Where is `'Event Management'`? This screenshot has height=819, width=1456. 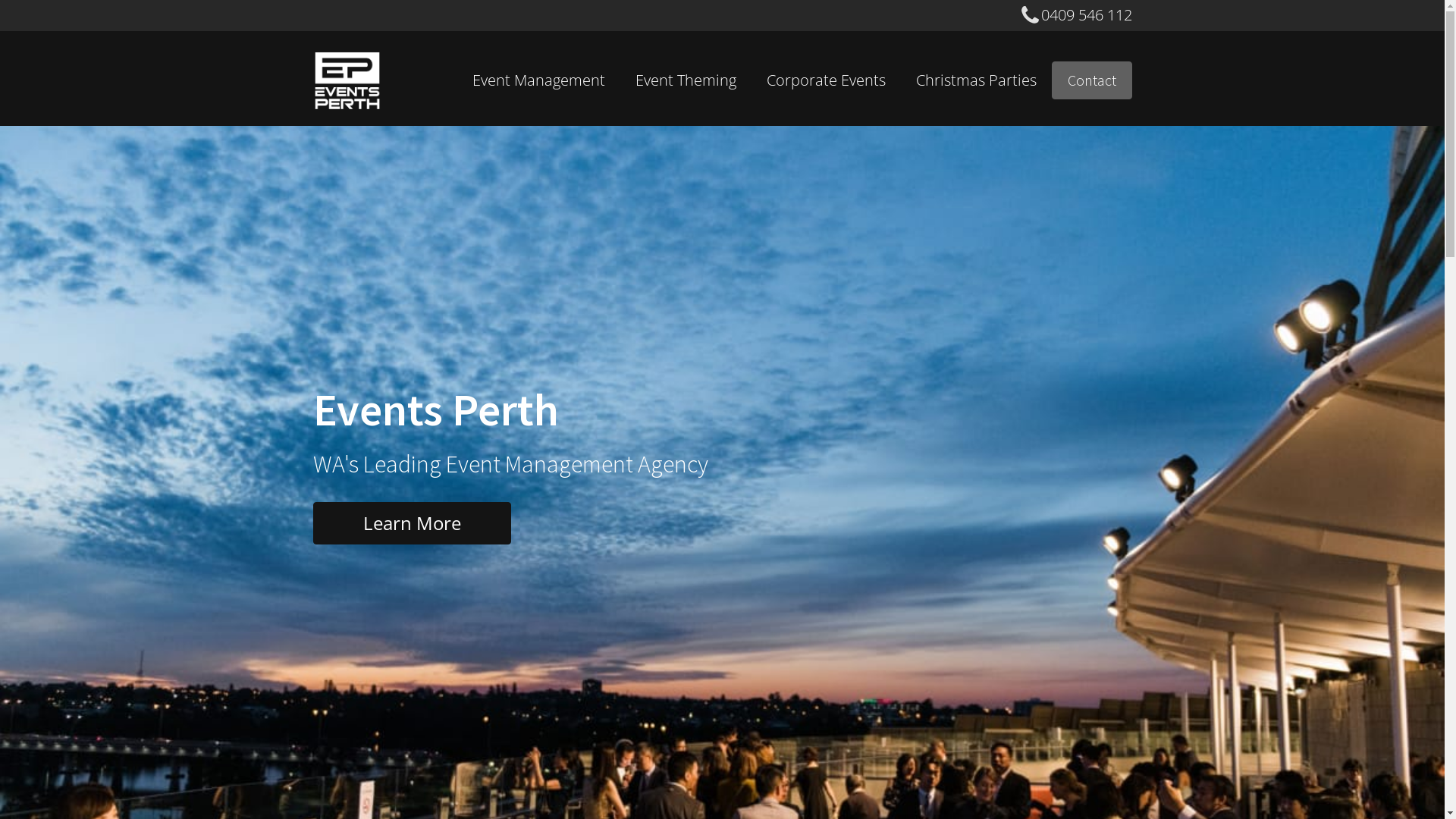
'Event Management' is located at coordinates (455, 80).